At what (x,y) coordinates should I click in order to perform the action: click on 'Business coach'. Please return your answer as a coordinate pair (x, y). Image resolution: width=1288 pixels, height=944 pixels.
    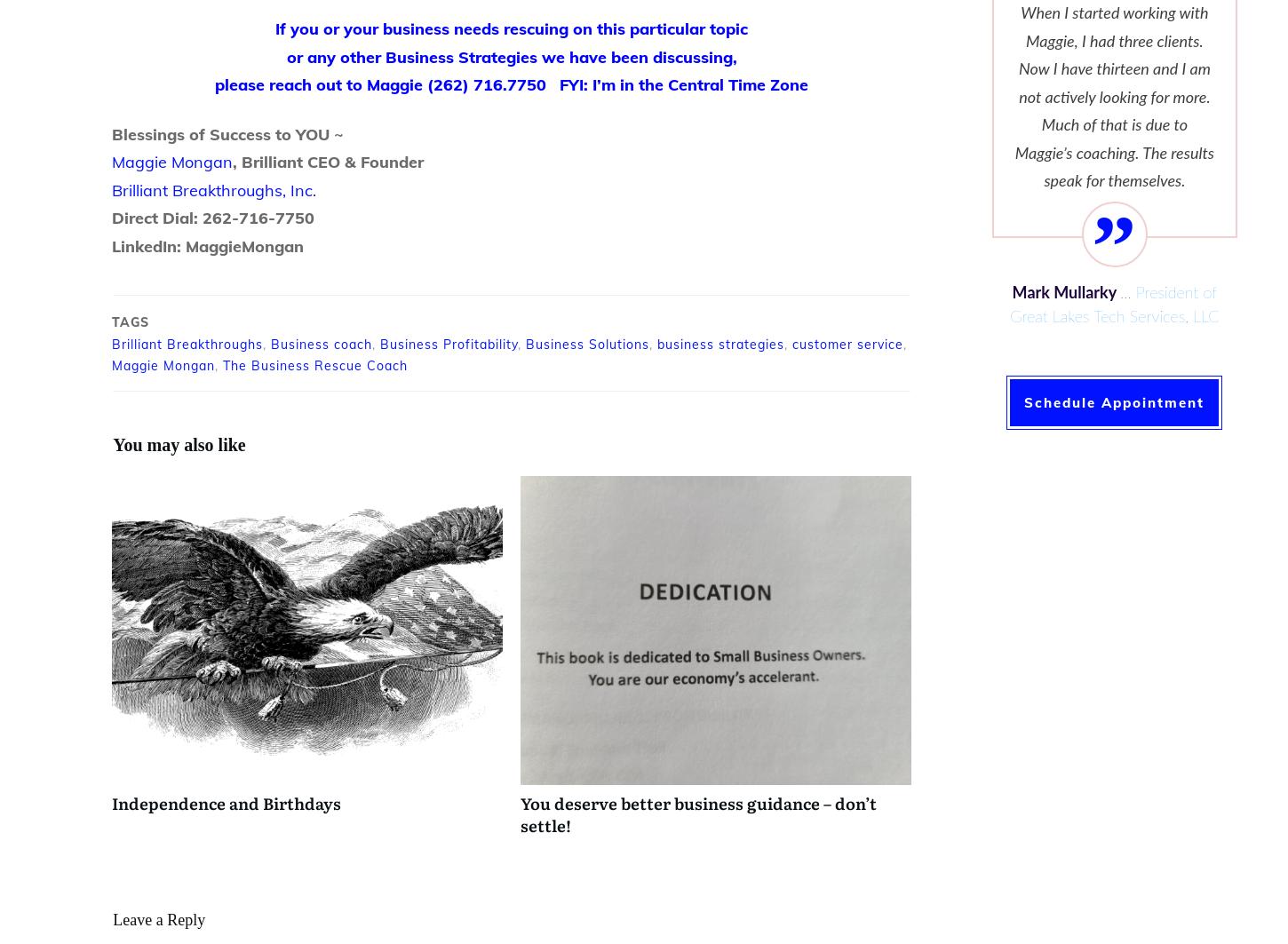
    Looking at the image, I should click on (322, 344).